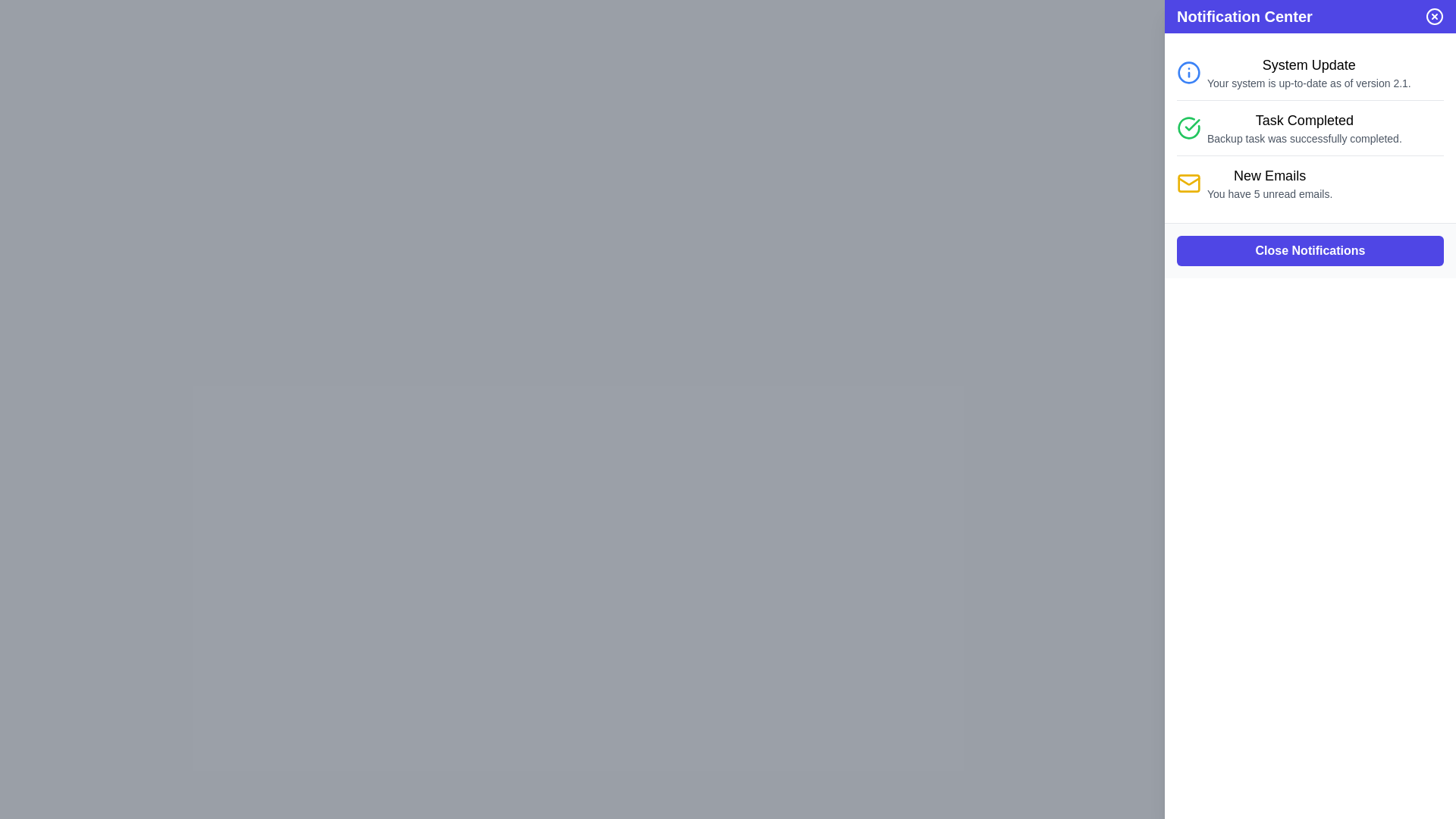 The width and height of the screenshot is (1456, 819). I want to click on the SVG-based informational icon located in the notification panel under the title 'System Update', which is aligned to the left of the text, so click(1188, 73).